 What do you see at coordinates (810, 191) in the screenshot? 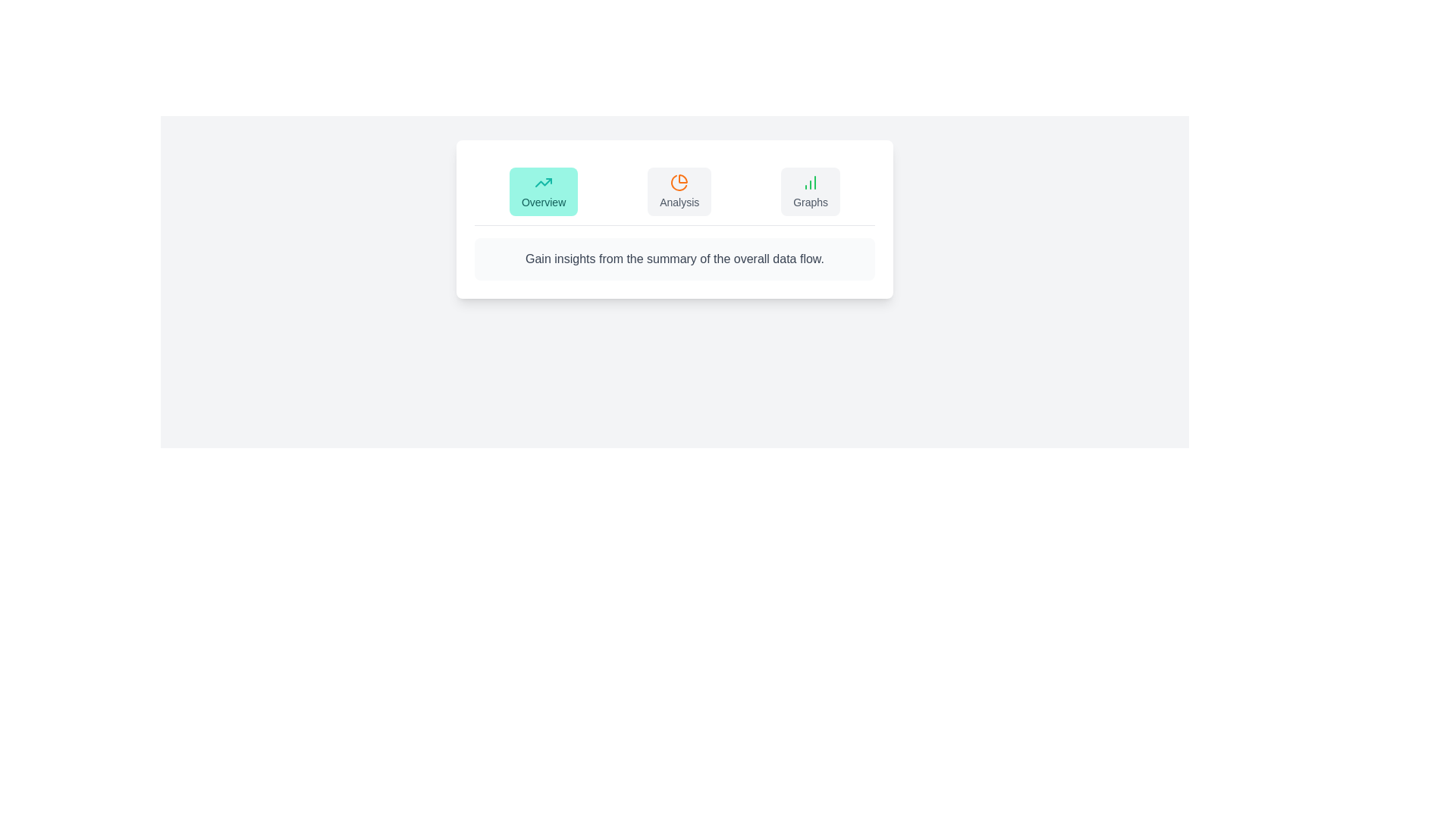
I see `the Graphs tab` at bounding box center [810, 191].